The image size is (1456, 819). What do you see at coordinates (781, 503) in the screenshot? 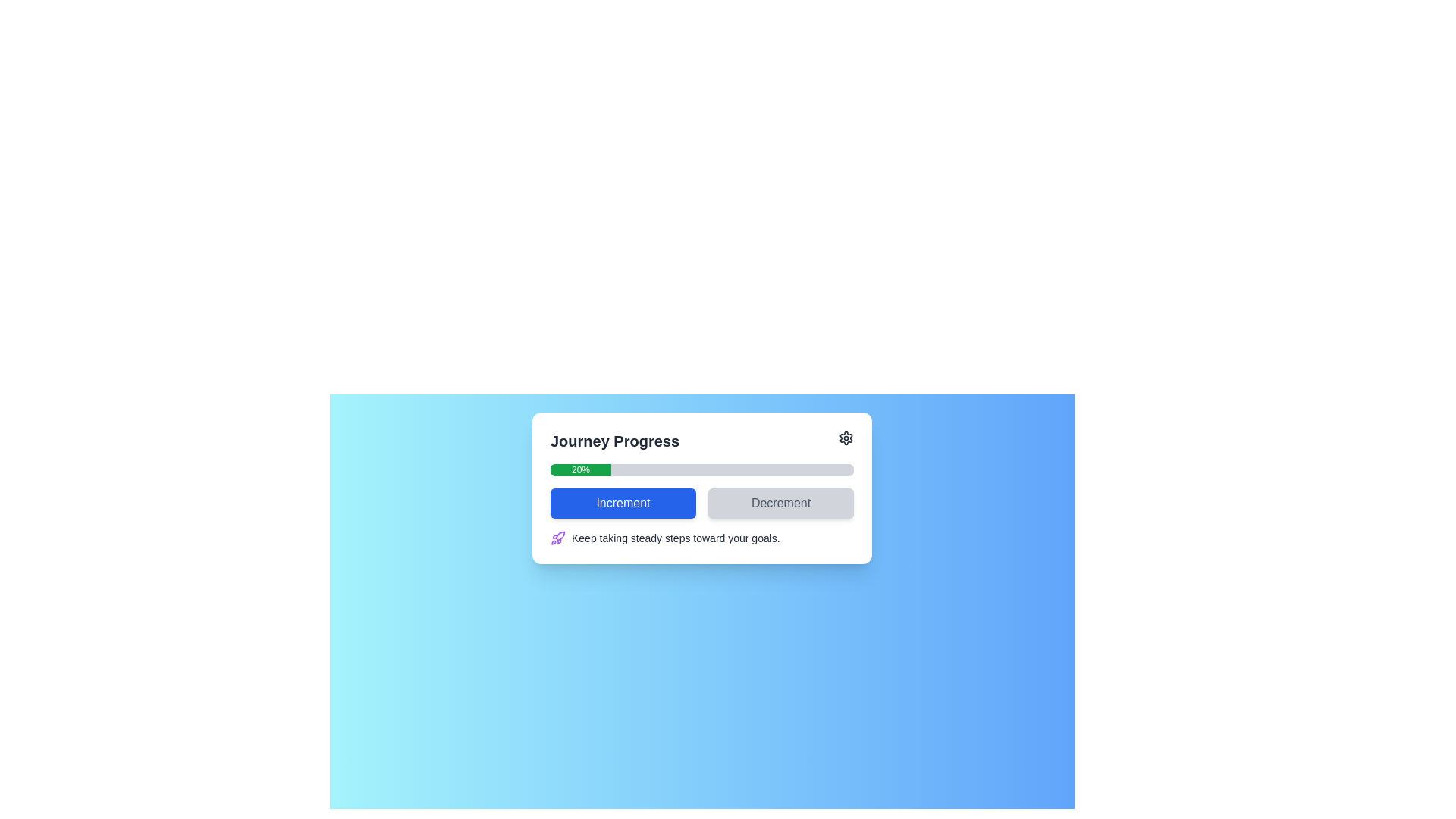
I see `the decrement button located on the right side of the 'Increment' button, below the 'Journey Progress' indicator` at bounding box center [781, 503].